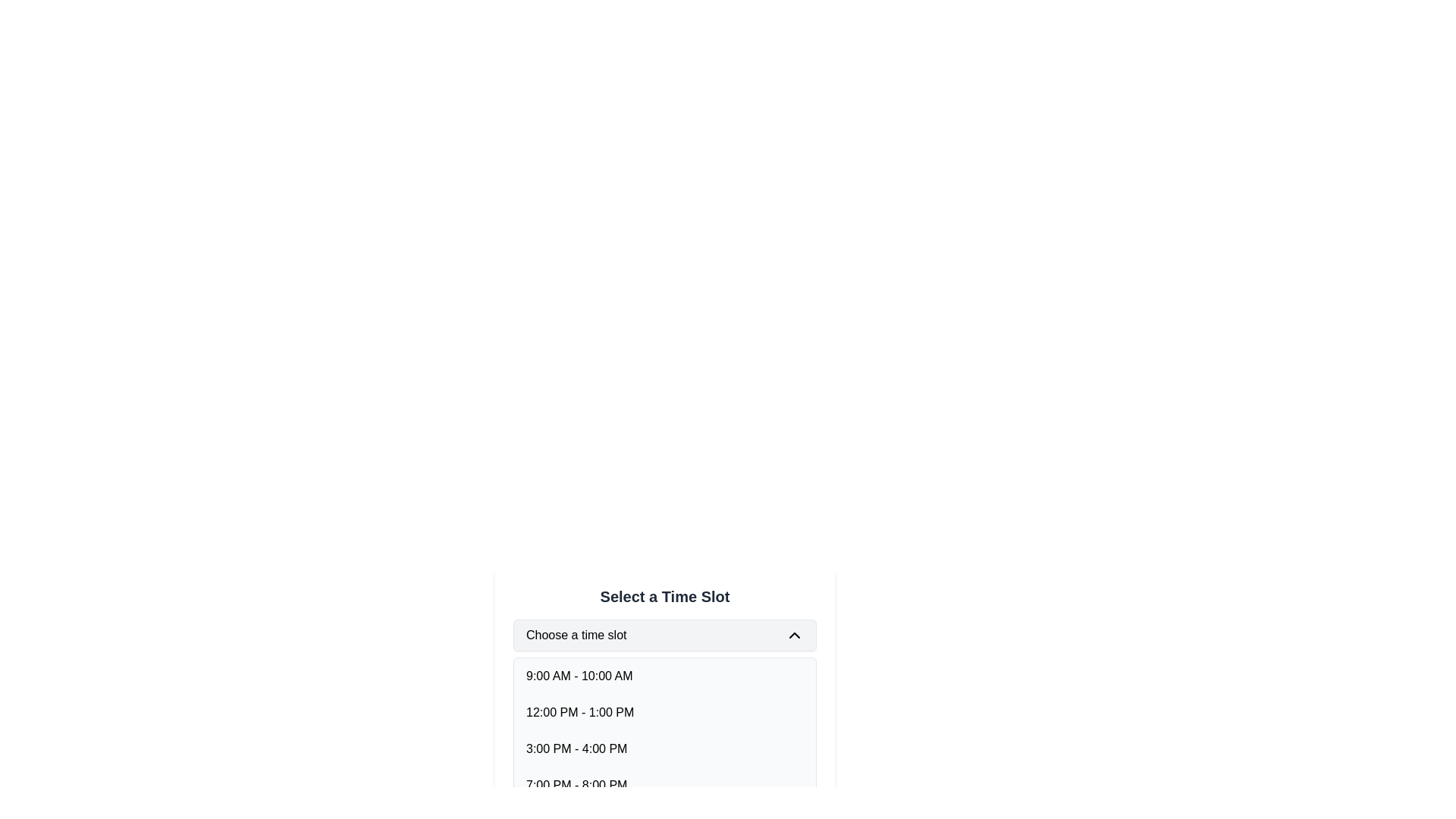 This screenshot has height=819, width=1456. Describe the element at coordinates (576, 748) in the screenshot. I see `the selectable time slot '3:00 PM - 4:00 PM' in the dropdown menu` at that location.